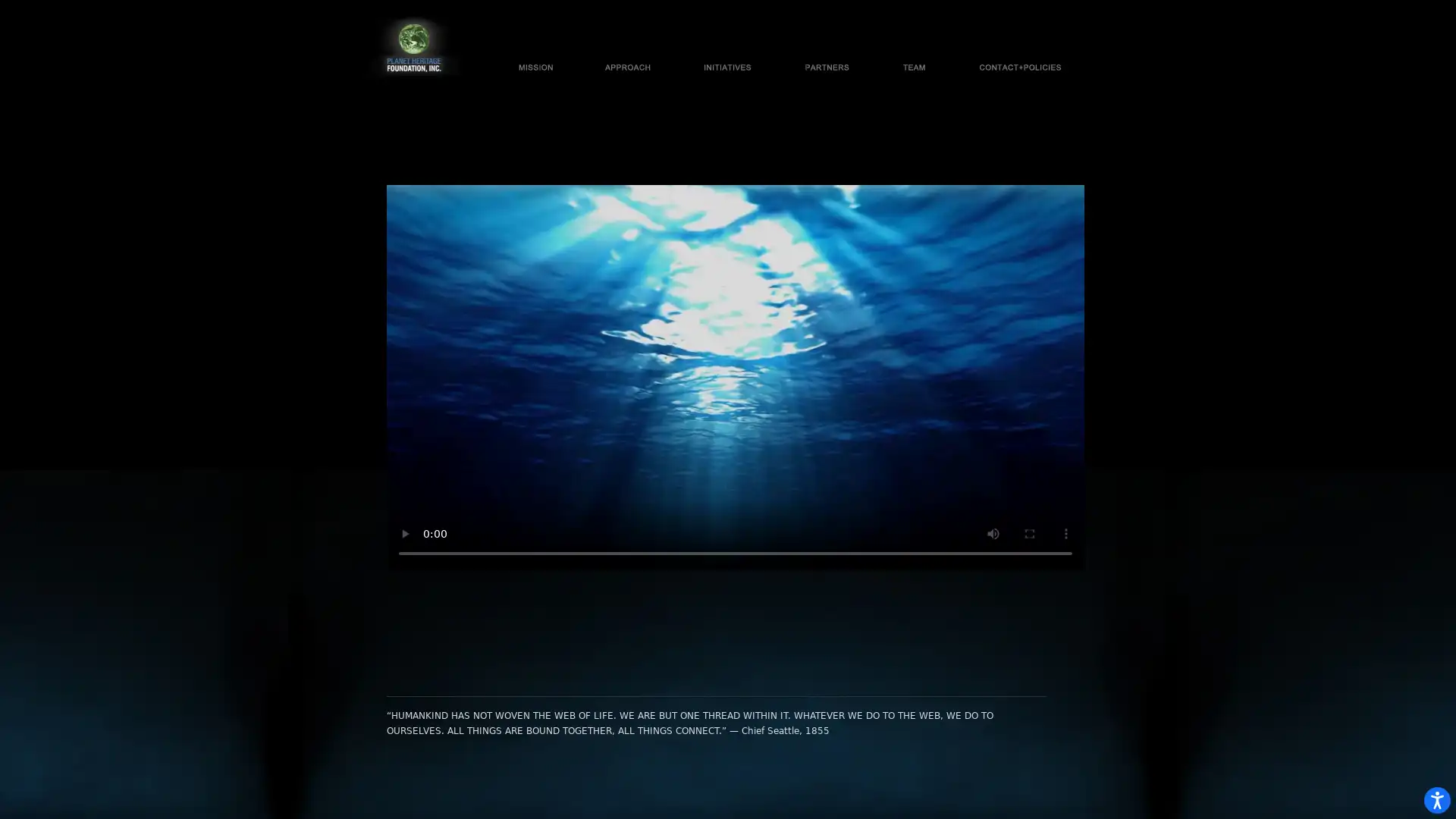 Image resolution: width=1456 pixels, height=819 pixels. I want to click on Open accessibility options, statement and help, so click(1423, 786).